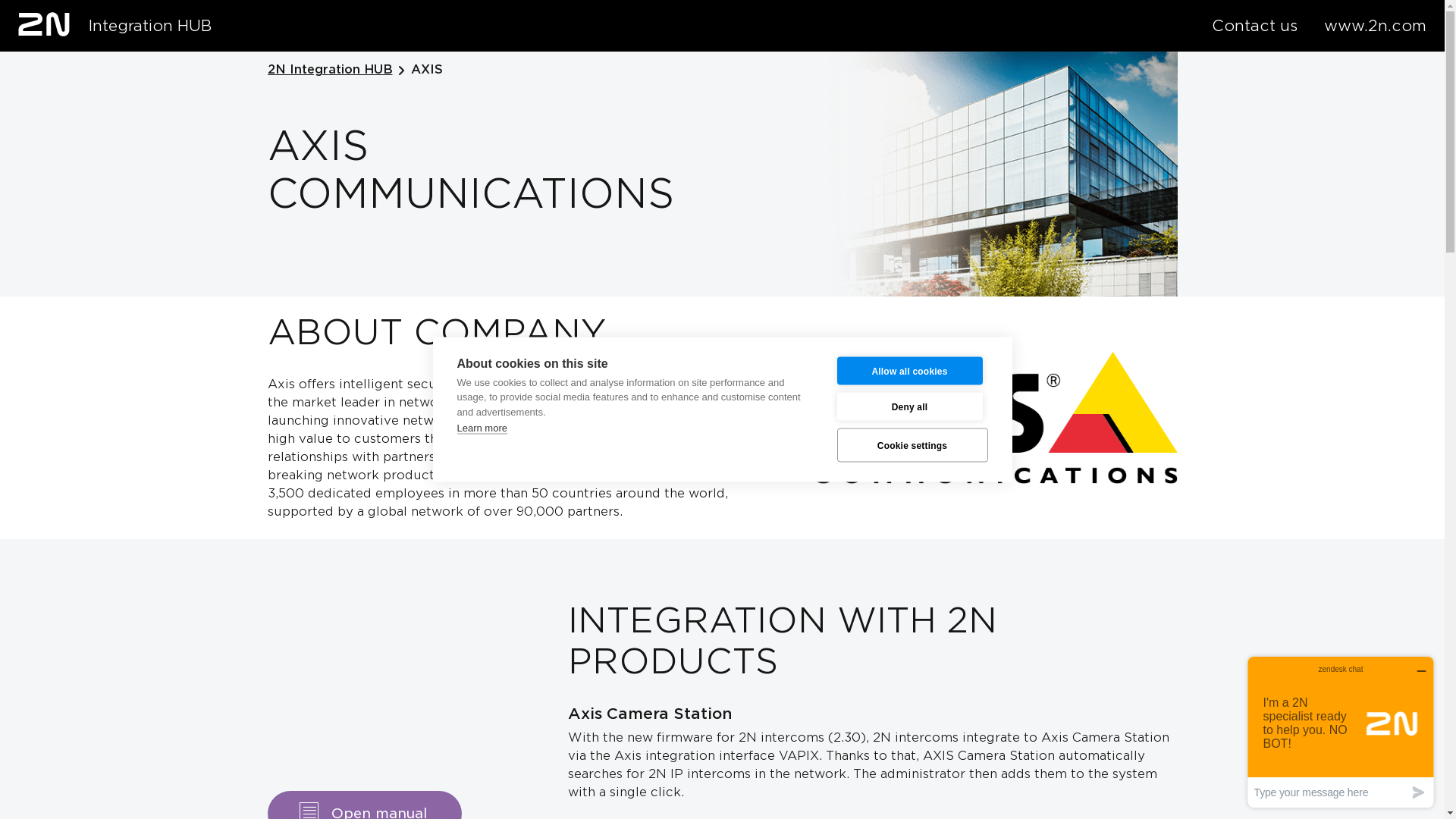  Describe the element at coordinates (910, 370) in the screenshot. I see `'Allow all cookies'` at that location.